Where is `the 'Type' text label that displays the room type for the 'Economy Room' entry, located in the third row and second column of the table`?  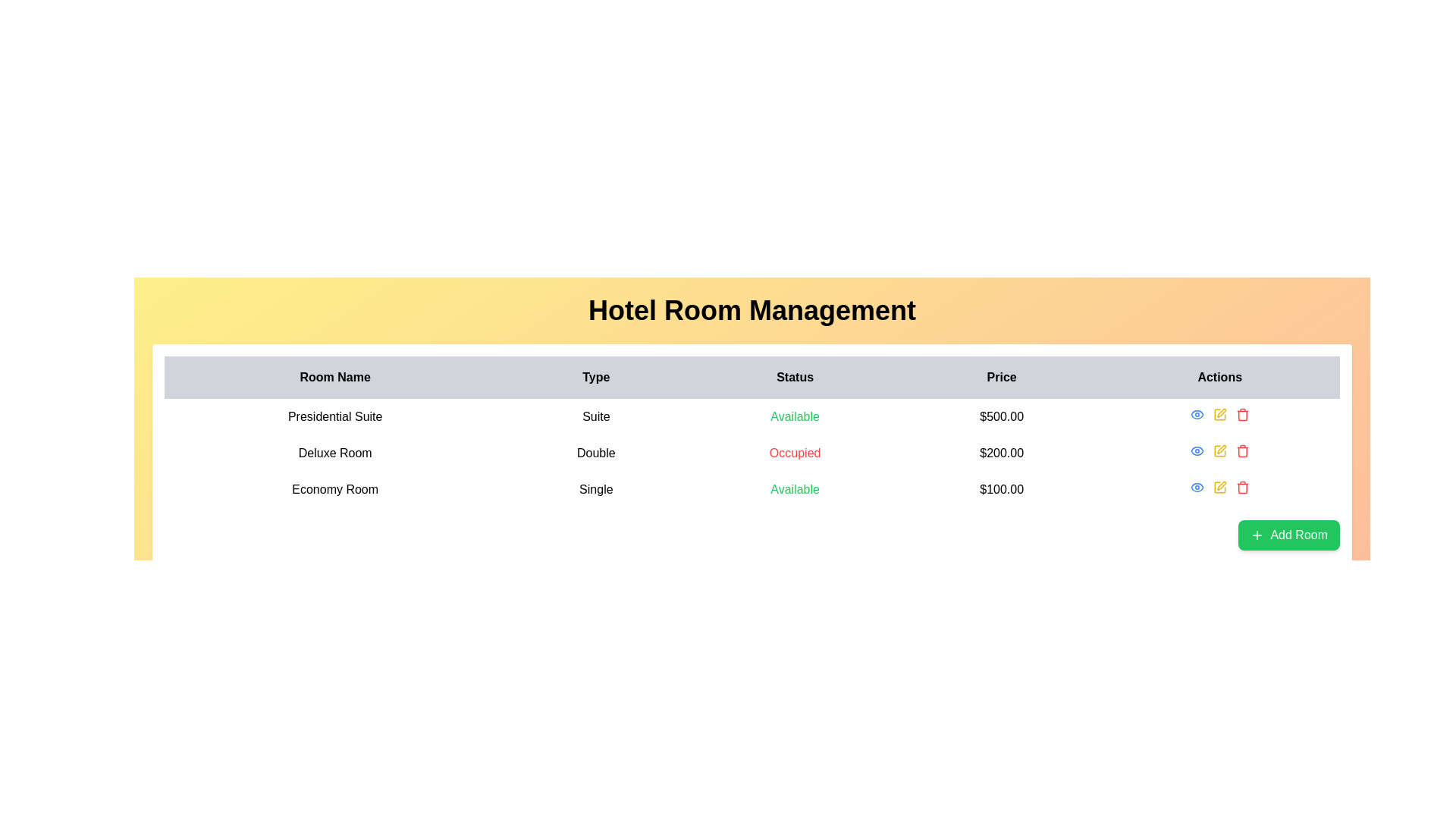 the 'Type' text label that displays the room type for the 'Economy Room' entry, located in the third row and second column of the table is located at coordinates (595, 489).